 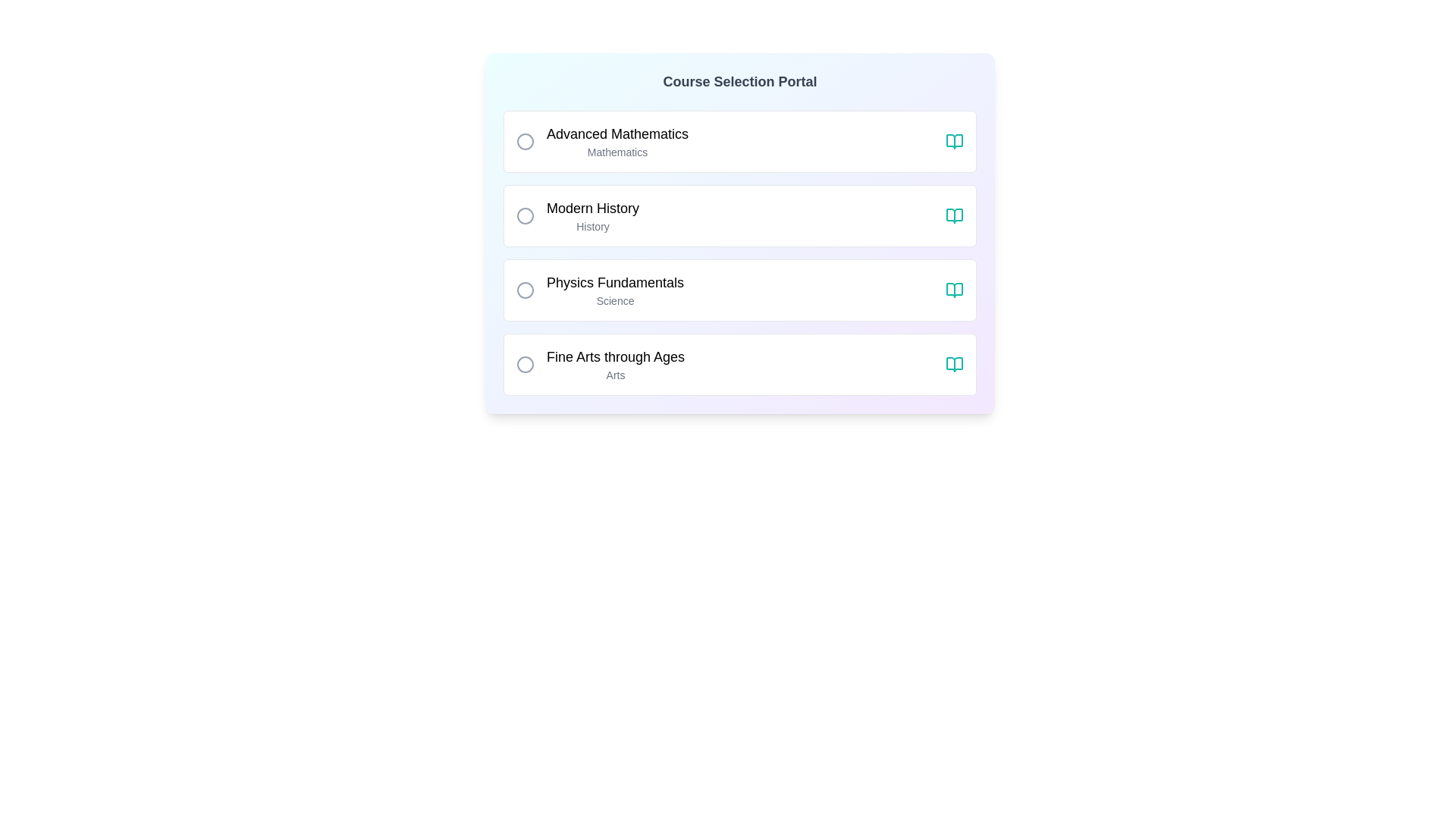 I want to click on the 'Fine Arts through Ages' course text label in the Course Selection Portal list, so click(x=615, y=365).